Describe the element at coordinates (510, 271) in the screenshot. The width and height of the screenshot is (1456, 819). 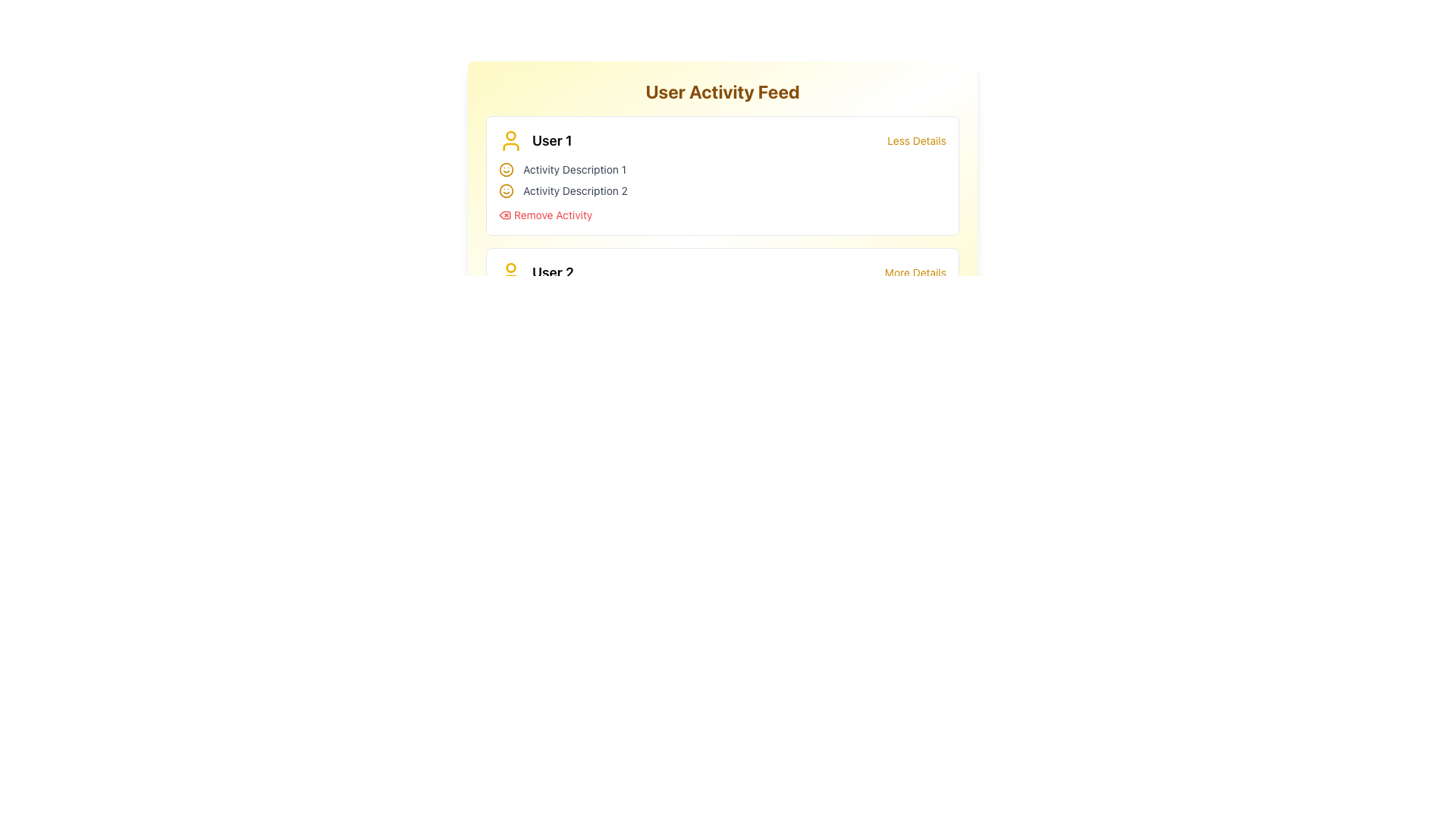
I see `the yellow circular profile outline user icon located above a curved base, which is positioned to the left of the 'User 2' text in the 'User Activity Feed' section` at that location.